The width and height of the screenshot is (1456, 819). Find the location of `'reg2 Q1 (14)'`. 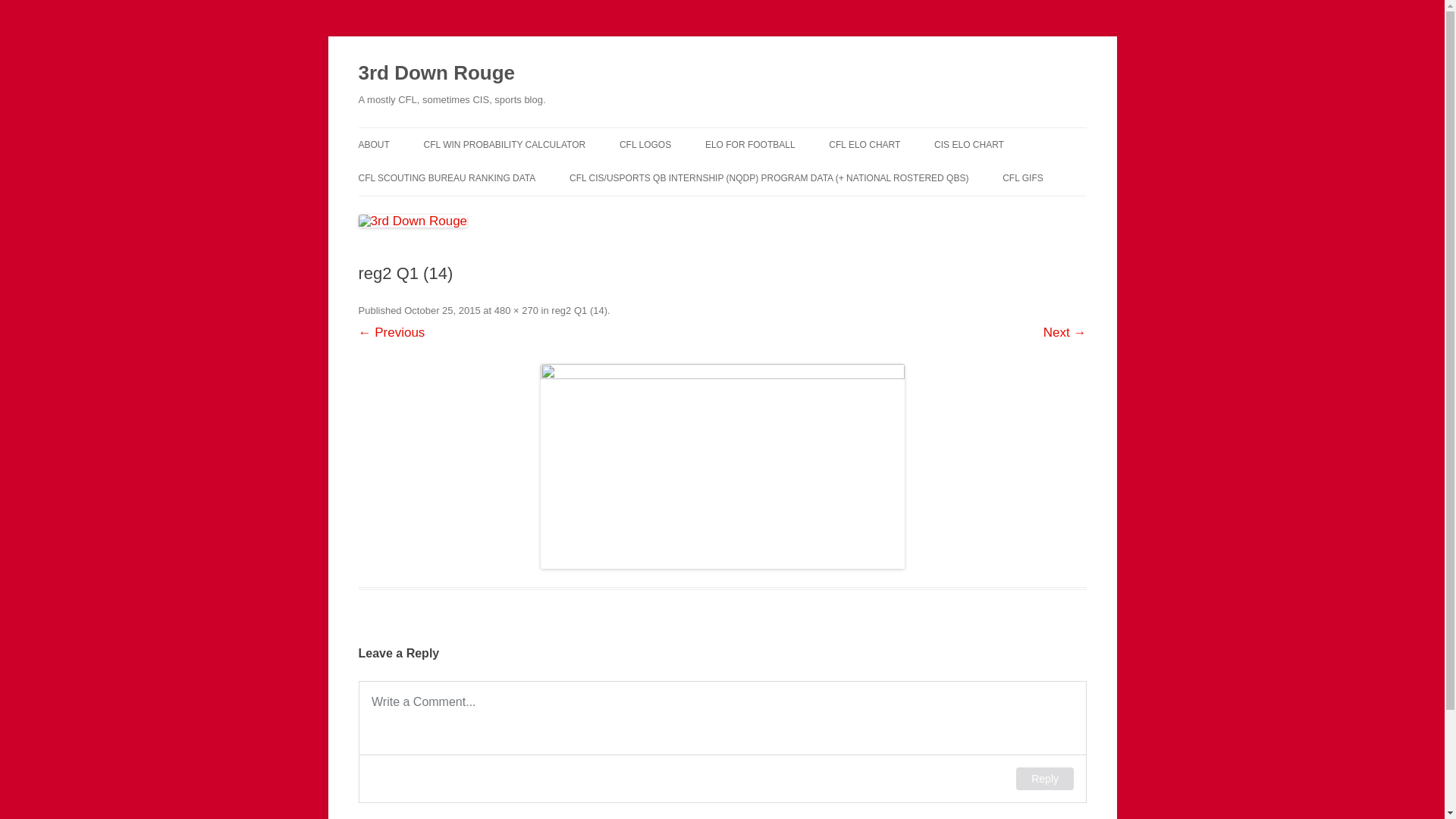

'reg2 Q1 (14)' is located at coordinates (578, 309).